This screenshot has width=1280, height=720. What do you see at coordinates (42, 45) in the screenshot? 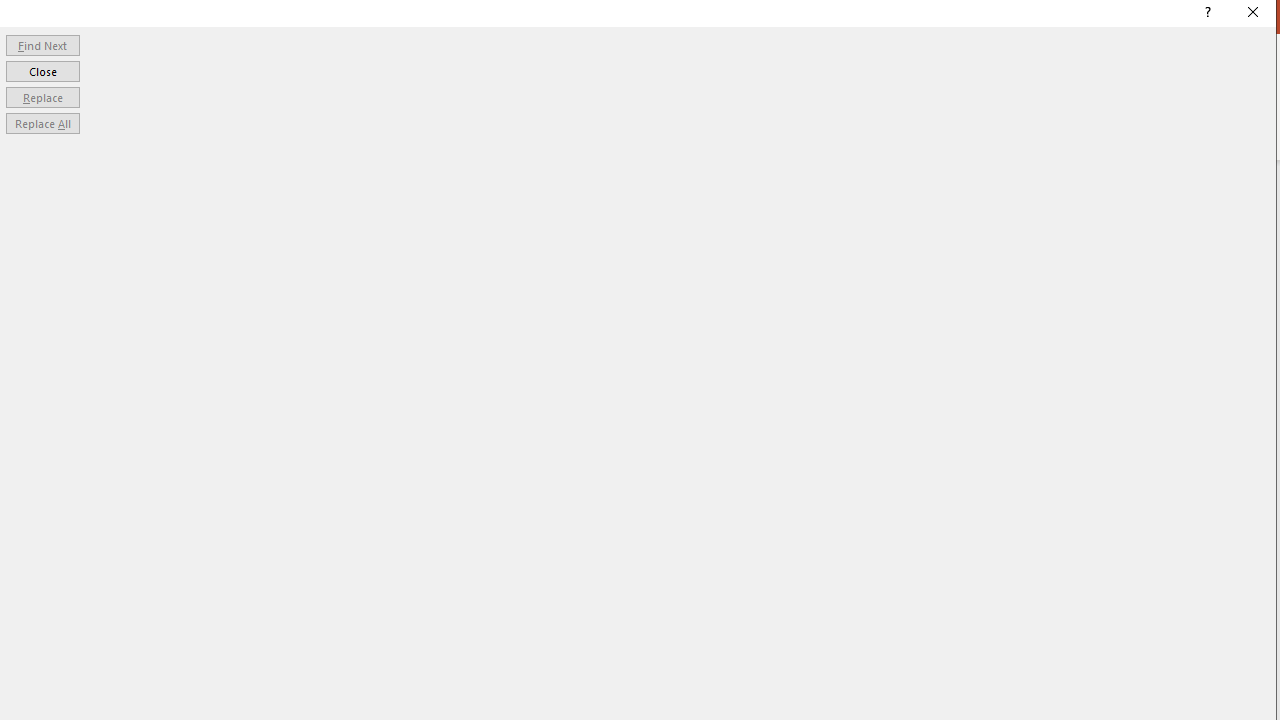
I see `'Find Next'` at bounding box center [42, 45].